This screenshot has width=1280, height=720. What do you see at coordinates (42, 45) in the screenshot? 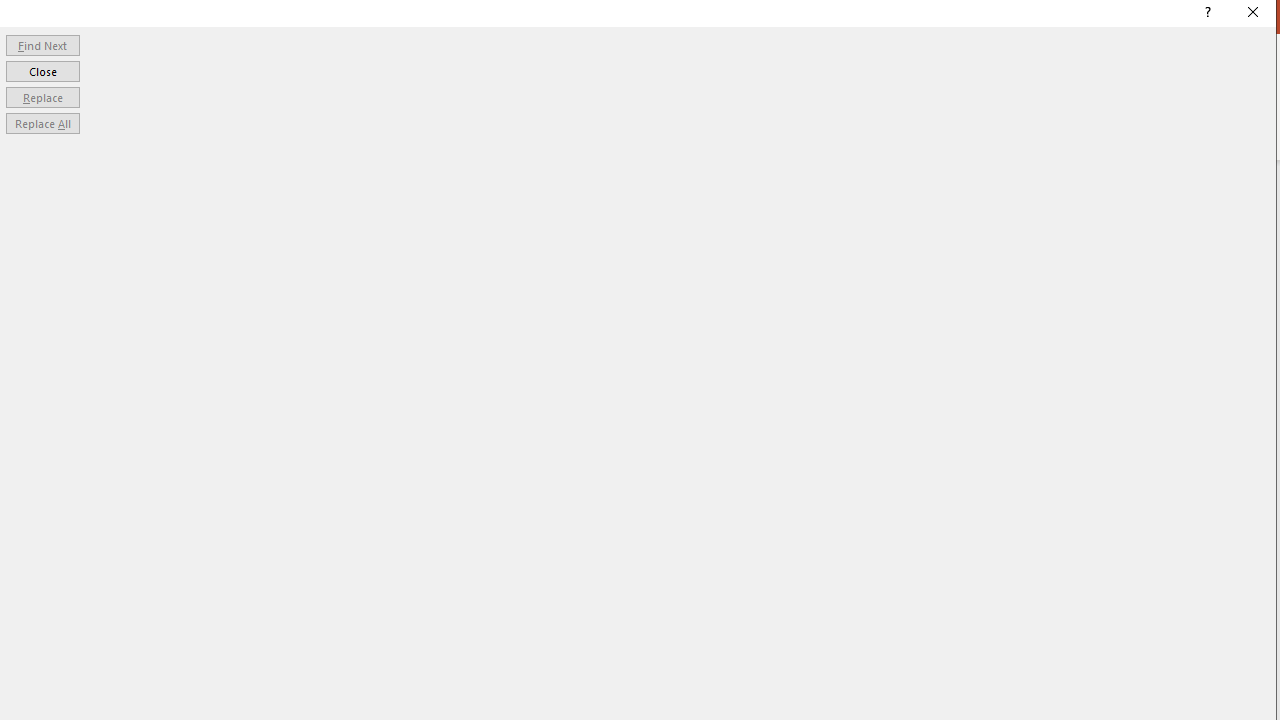
I see `'Find Next'` at bounding box center [42, 45].